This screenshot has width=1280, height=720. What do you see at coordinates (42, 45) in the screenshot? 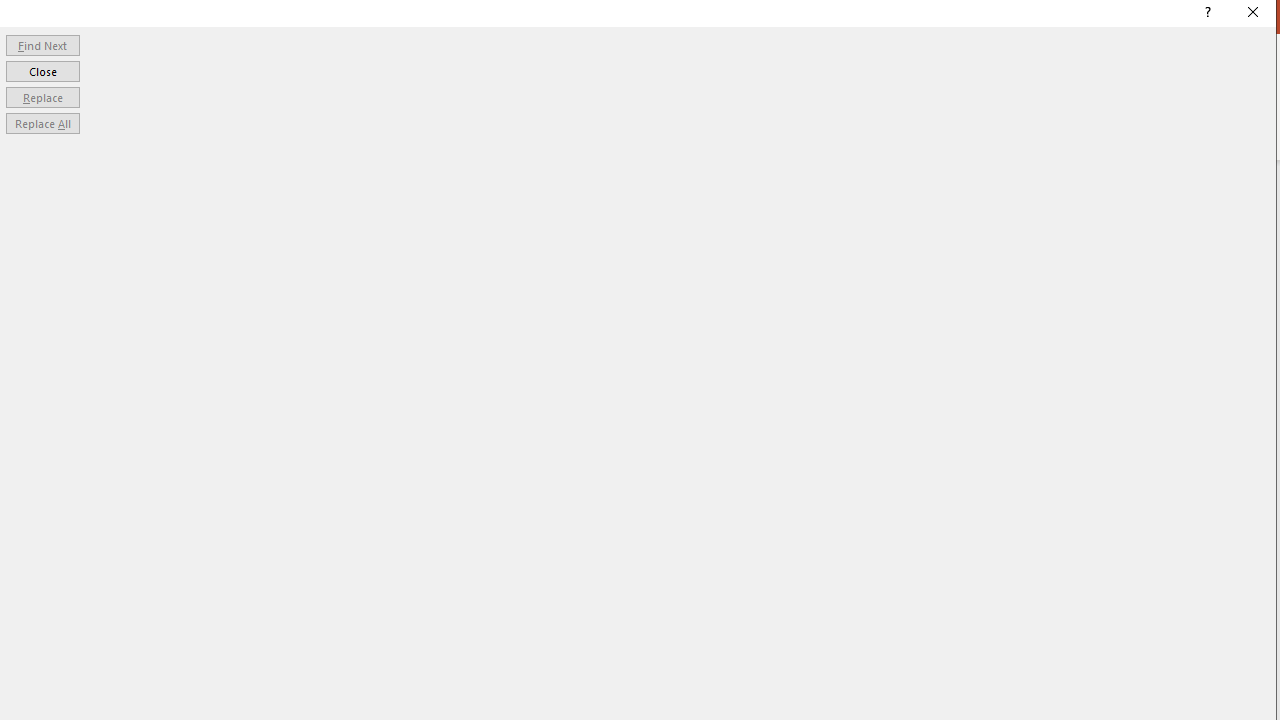
I see `'Find Next'` at bounding box center [42, 45].